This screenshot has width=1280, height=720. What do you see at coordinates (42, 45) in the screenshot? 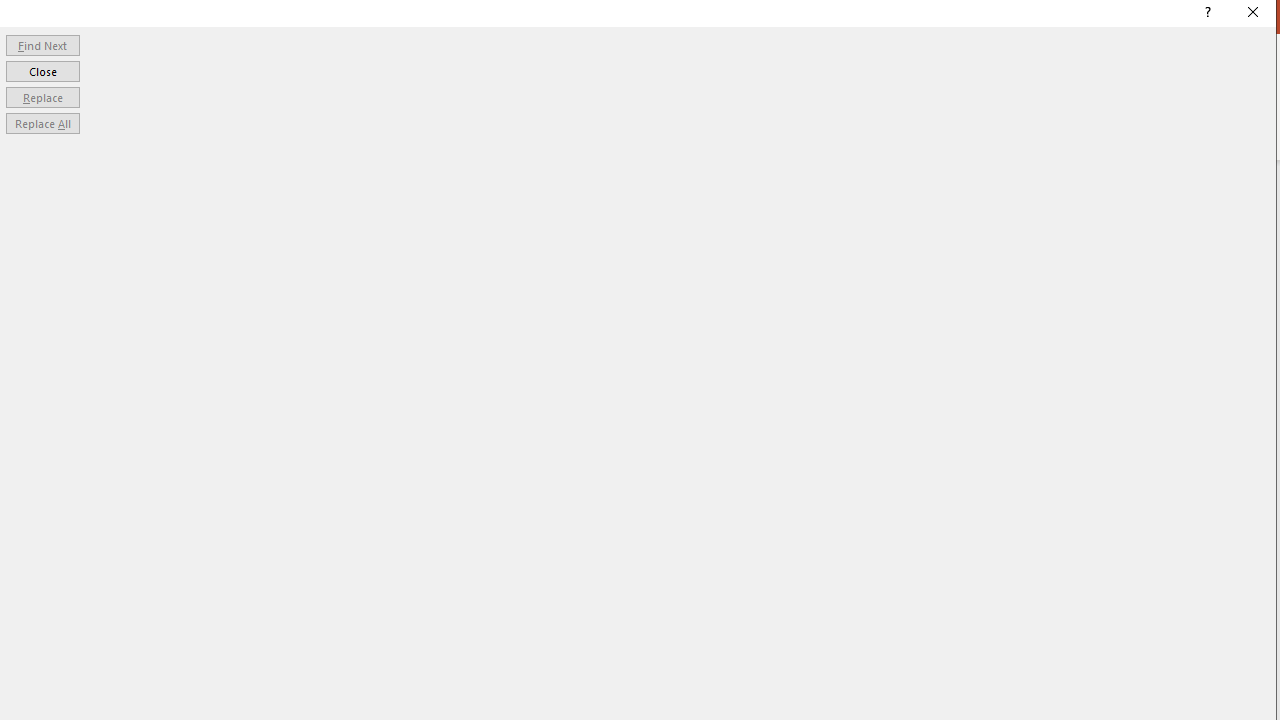
I see `'Find Next'` at bounding box center [42, 45].